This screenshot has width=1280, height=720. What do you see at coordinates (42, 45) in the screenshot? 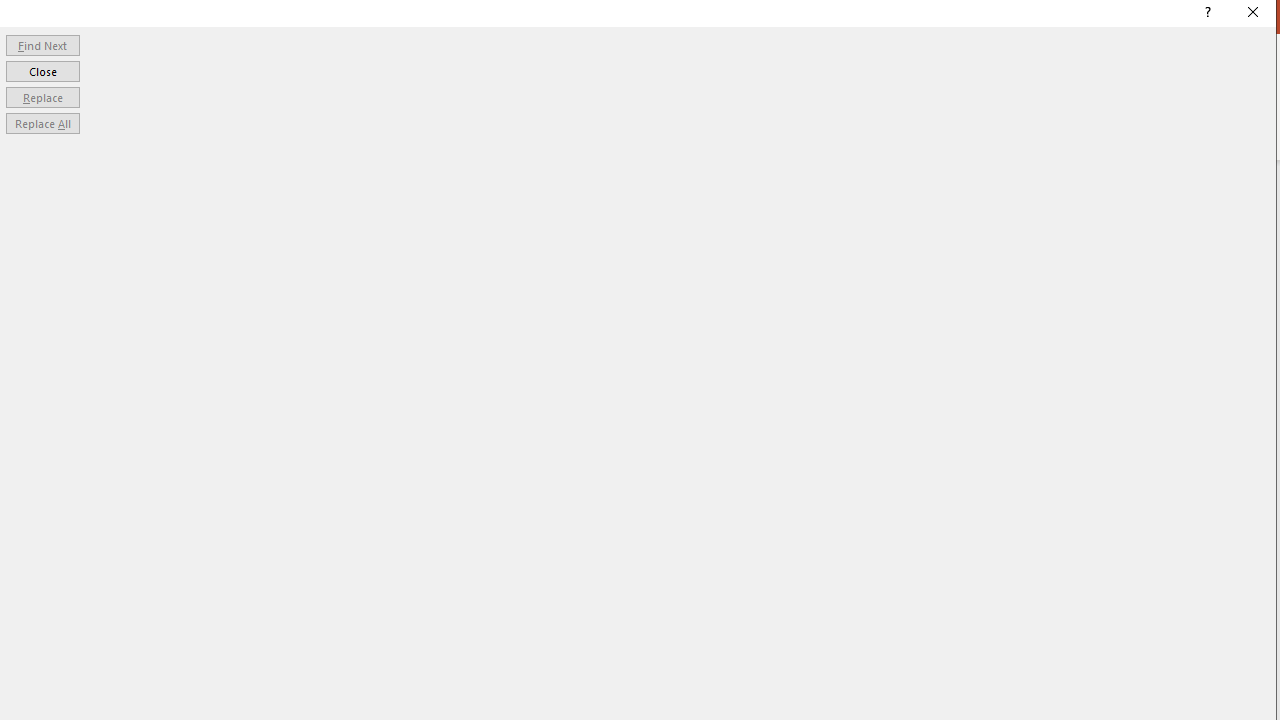
I see `'Find Next'` at bounding box center [42, 45].